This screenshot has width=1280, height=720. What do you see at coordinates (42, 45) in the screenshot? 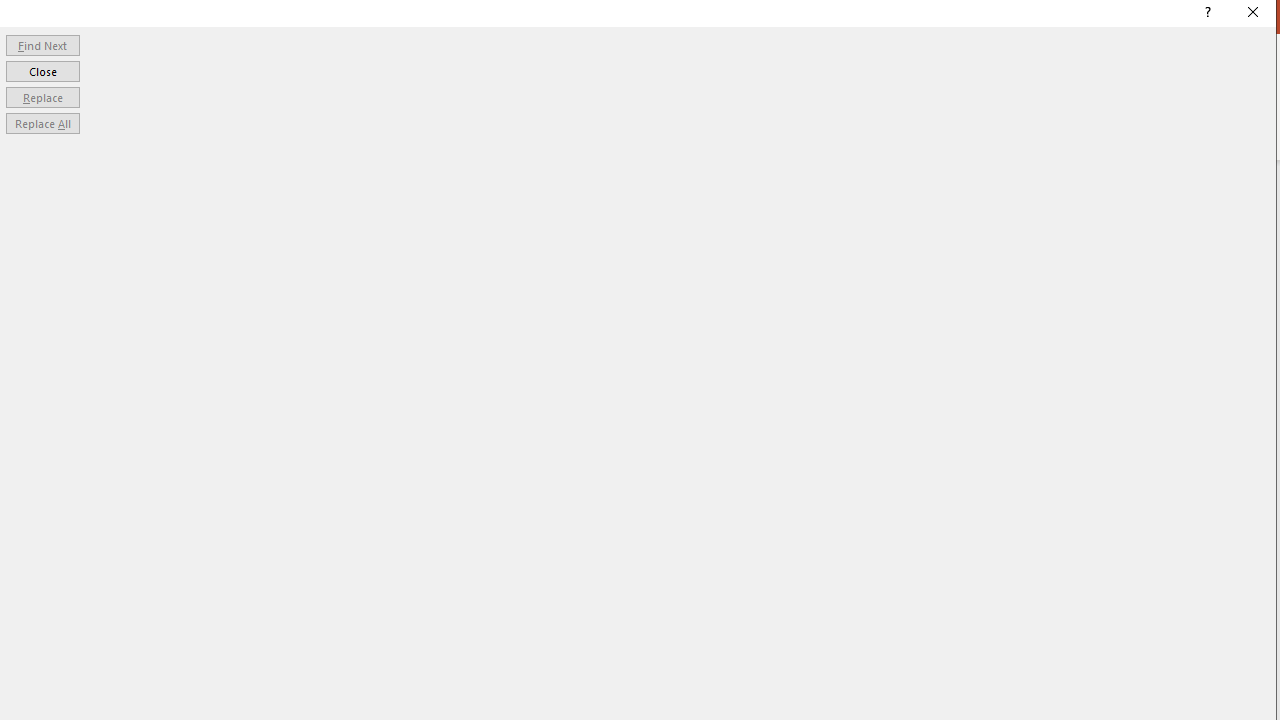
I see `'Find Next'` at bounding box center [42, 45].